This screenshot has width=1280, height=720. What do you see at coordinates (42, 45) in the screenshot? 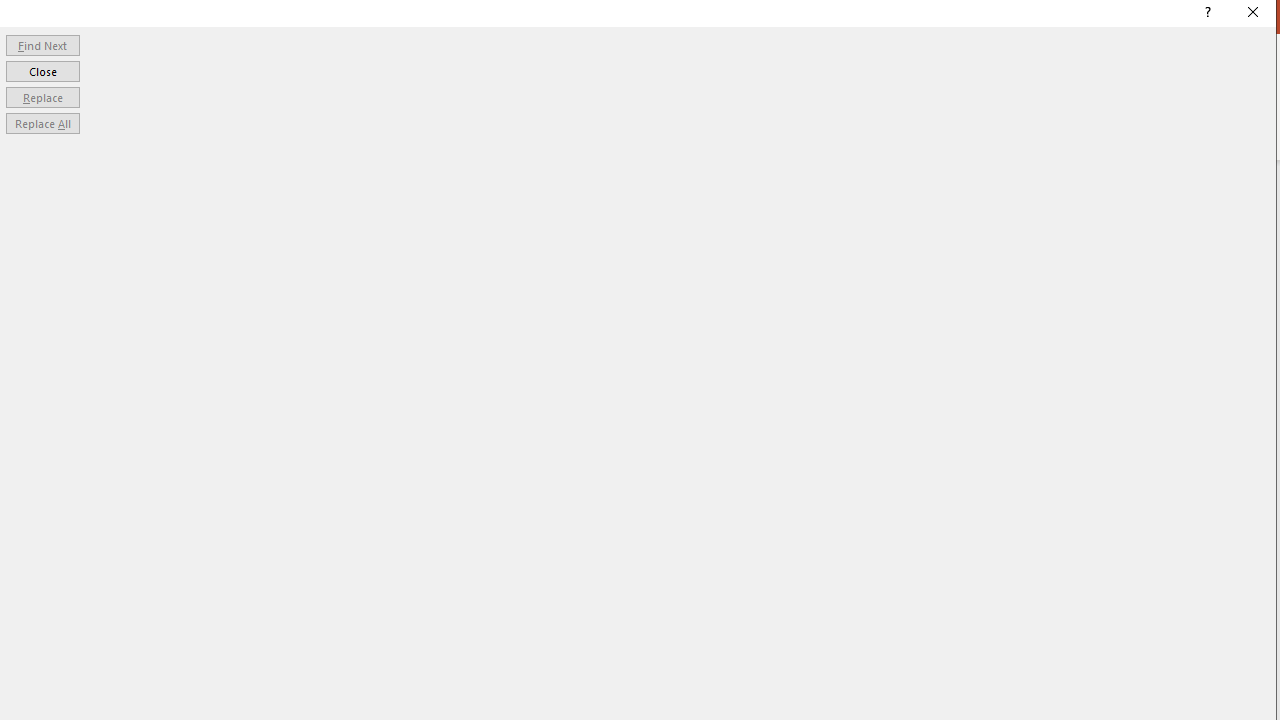
I see `'Find Next'` at bounding box center [42, 45].